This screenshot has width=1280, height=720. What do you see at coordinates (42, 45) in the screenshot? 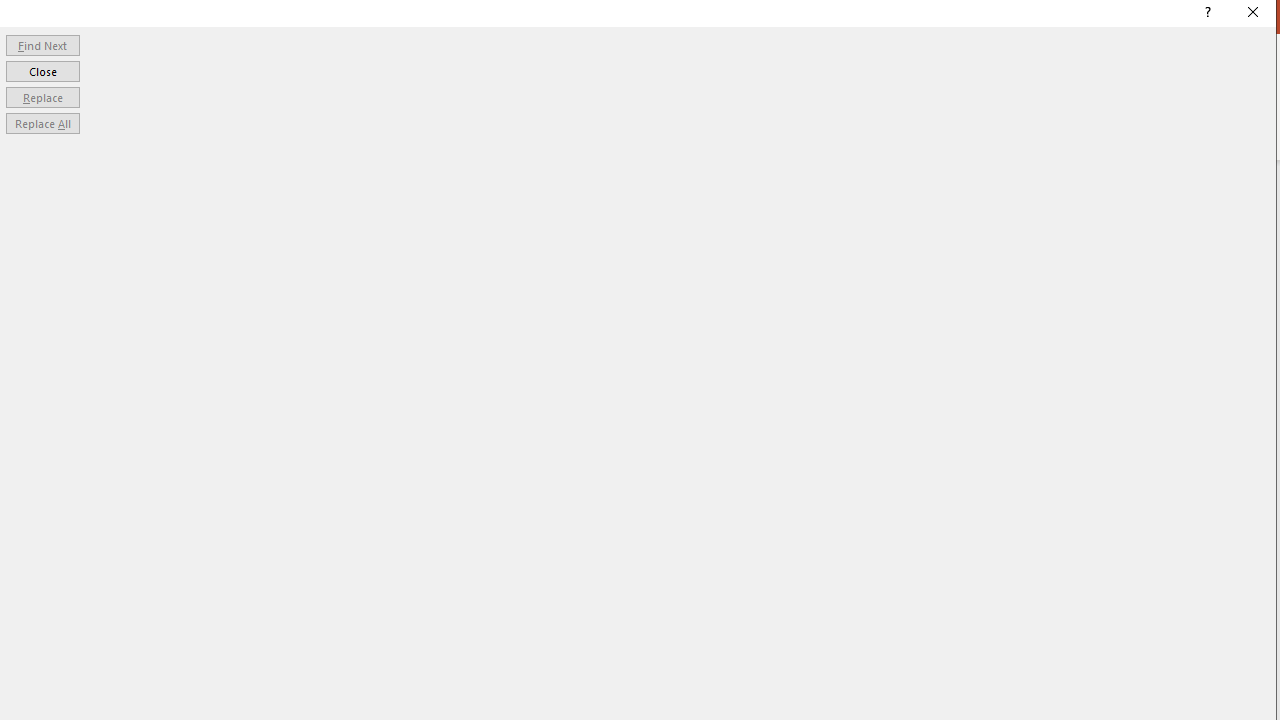
I see `'Find Next'` at bounding box center [42, 45].